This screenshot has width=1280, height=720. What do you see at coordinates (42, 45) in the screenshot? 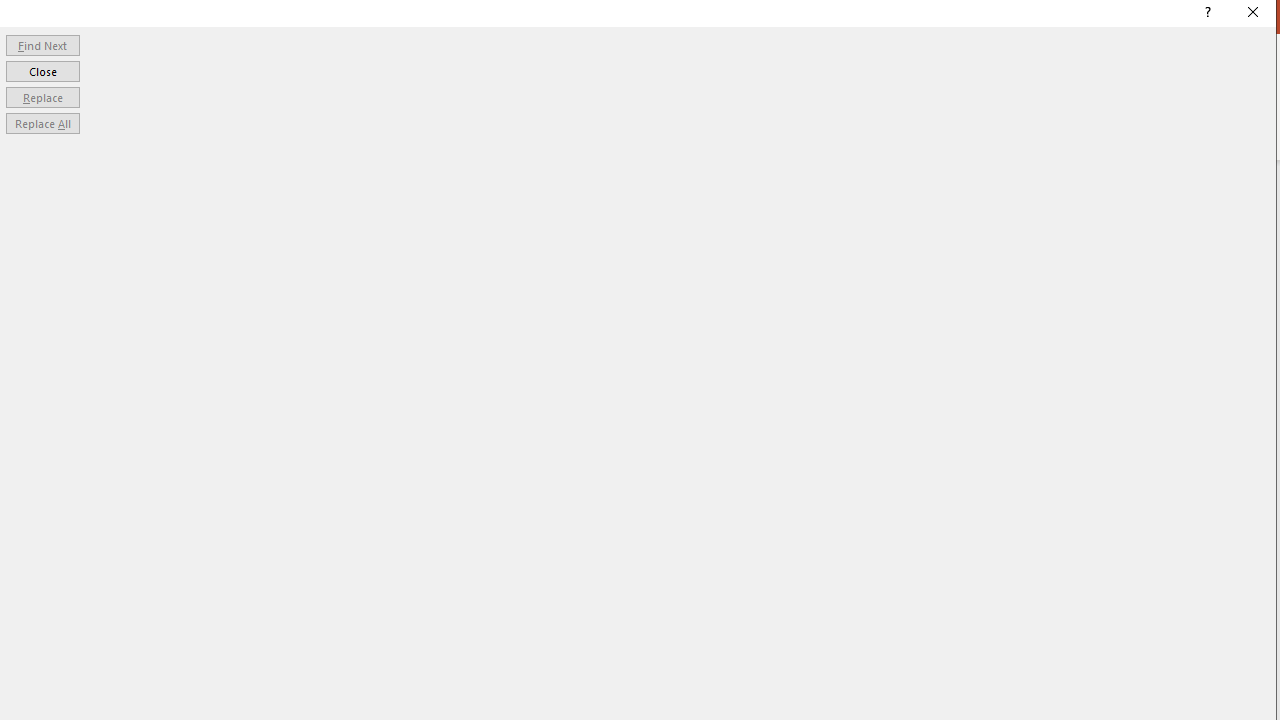
I see `'Find Next'` at bounding box center [42, 45].